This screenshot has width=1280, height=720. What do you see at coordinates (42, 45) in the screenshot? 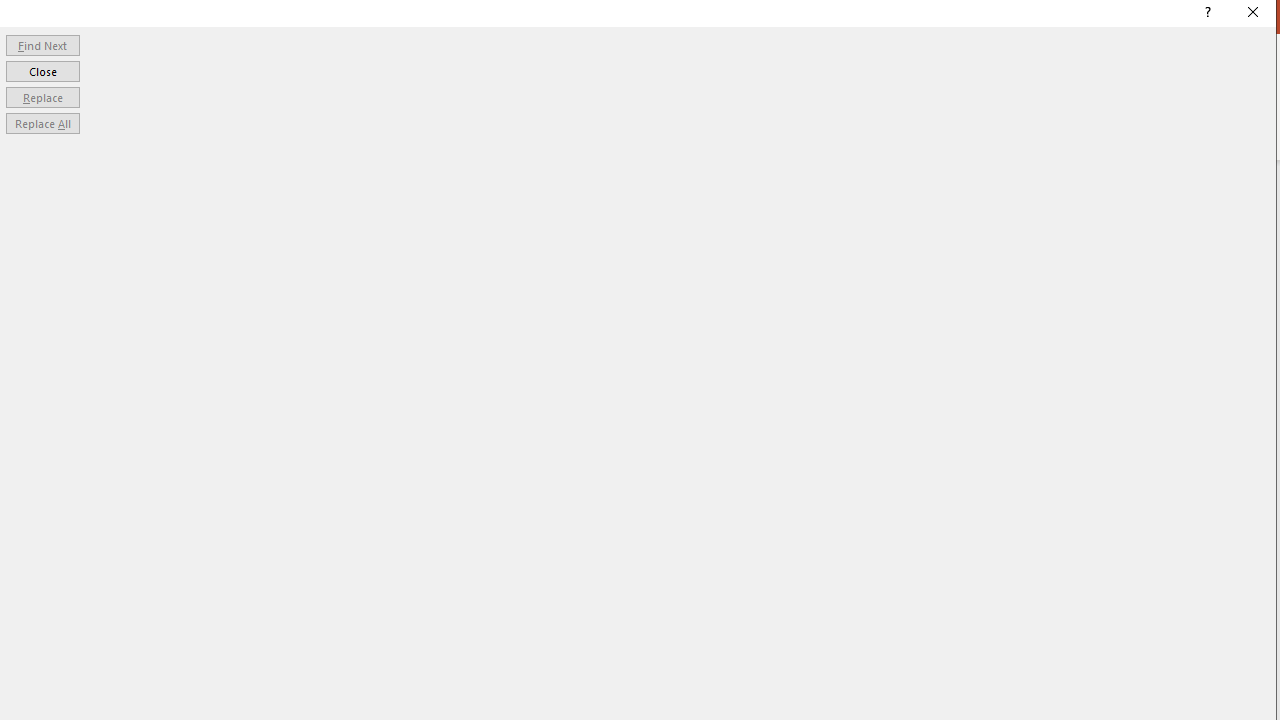
I see `'Find Next'` at bounding box center [42, 45].